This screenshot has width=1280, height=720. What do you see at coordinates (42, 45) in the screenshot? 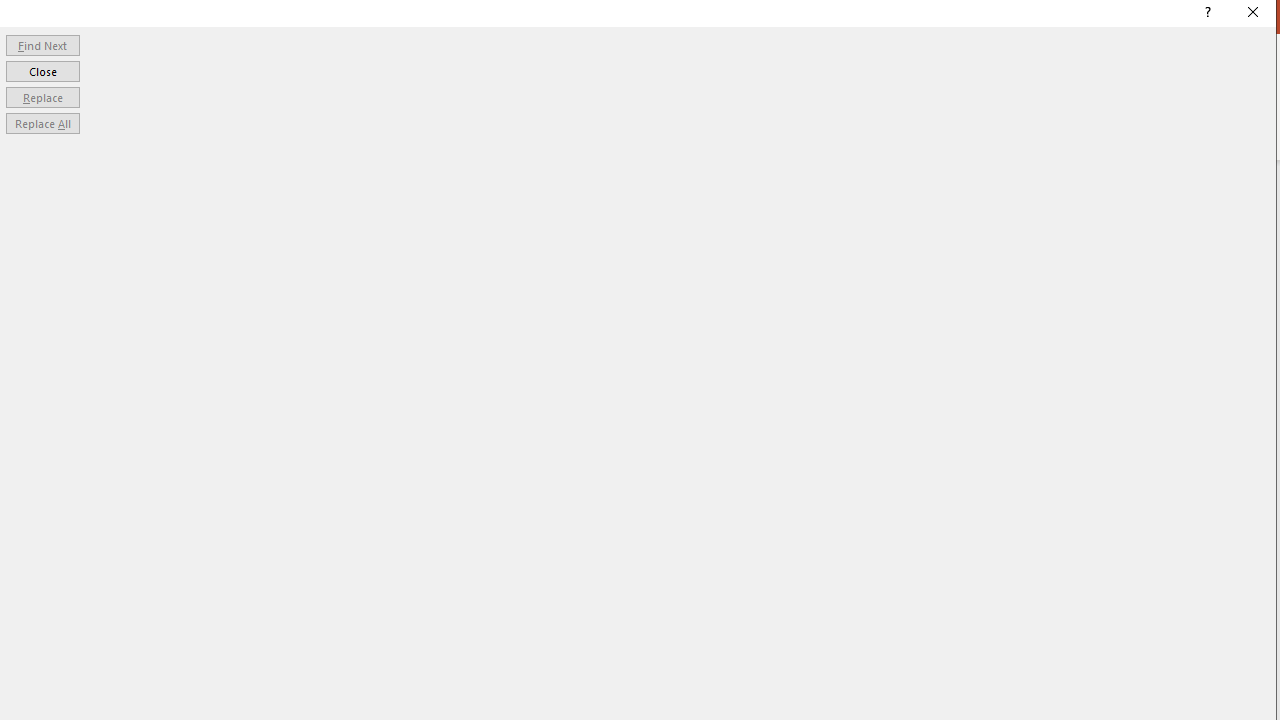
I see `'Find Next'` at bounding box center [42, 45].